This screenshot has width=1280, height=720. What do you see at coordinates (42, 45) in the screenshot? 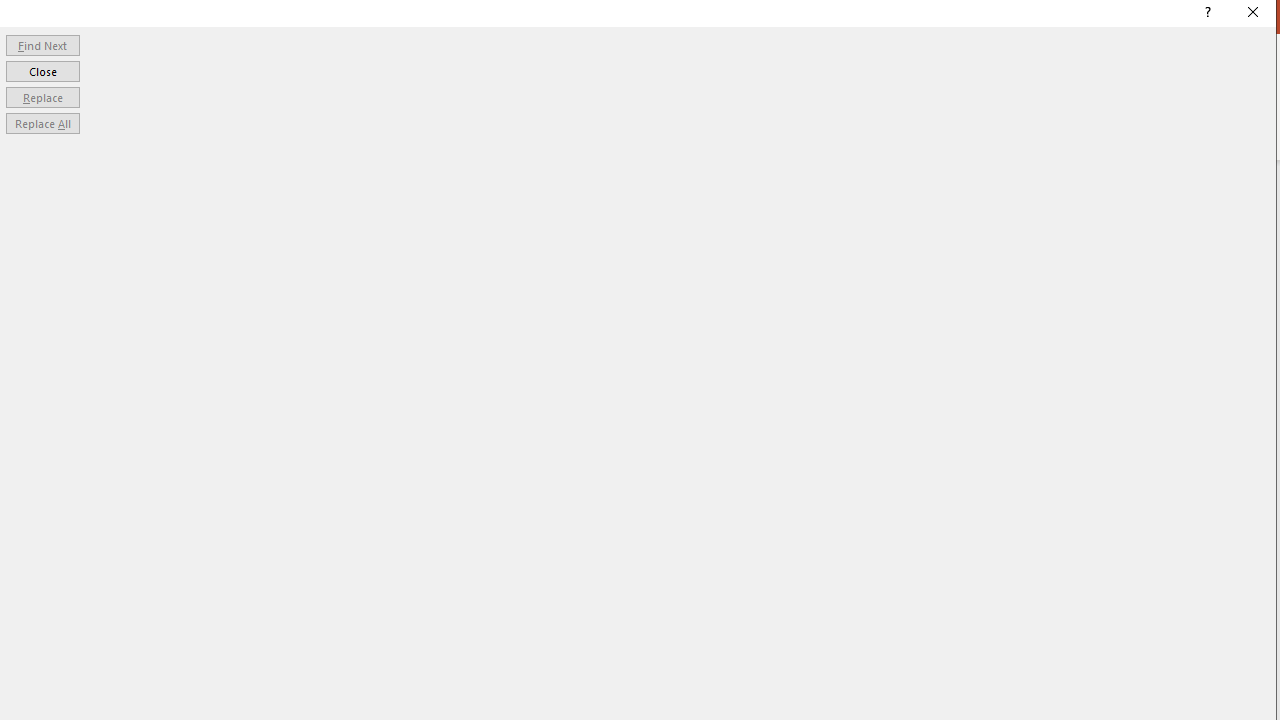
I see `'Find Next'` at bounding box center [42, 45].